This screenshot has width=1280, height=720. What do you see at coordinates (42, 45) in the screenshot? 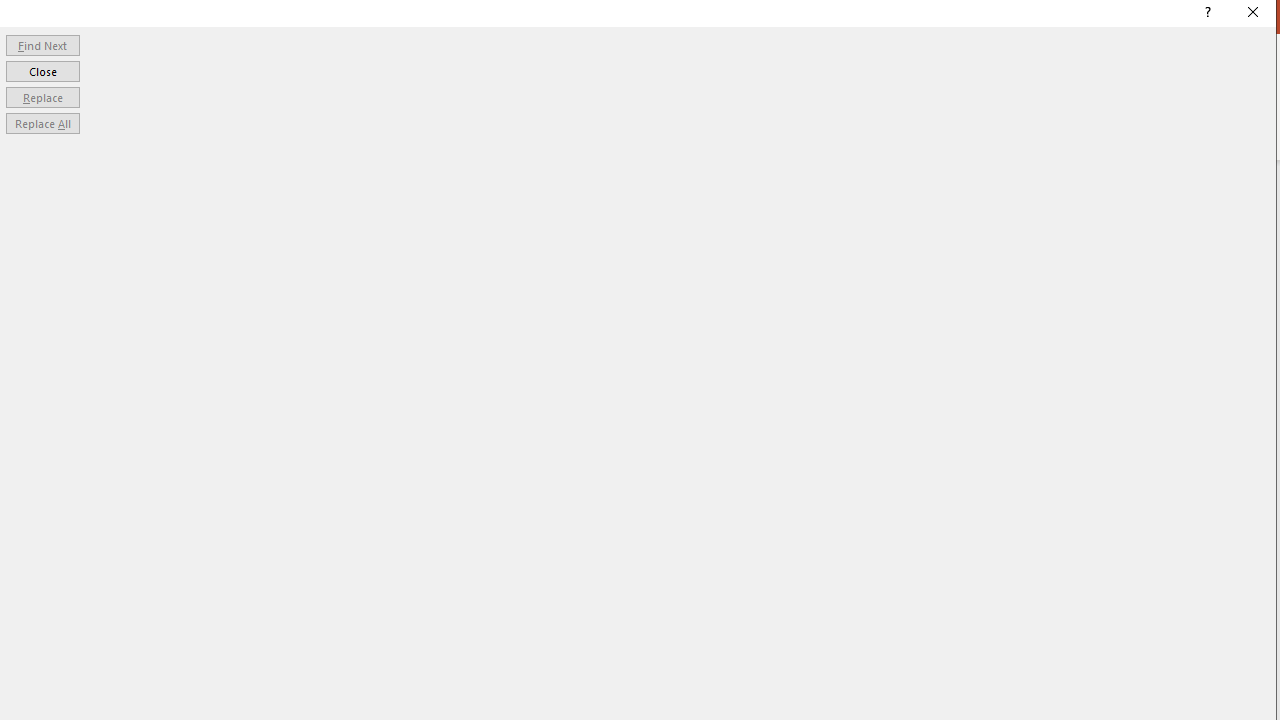
I see `'Find Next'` at bounding box center [42, 45].